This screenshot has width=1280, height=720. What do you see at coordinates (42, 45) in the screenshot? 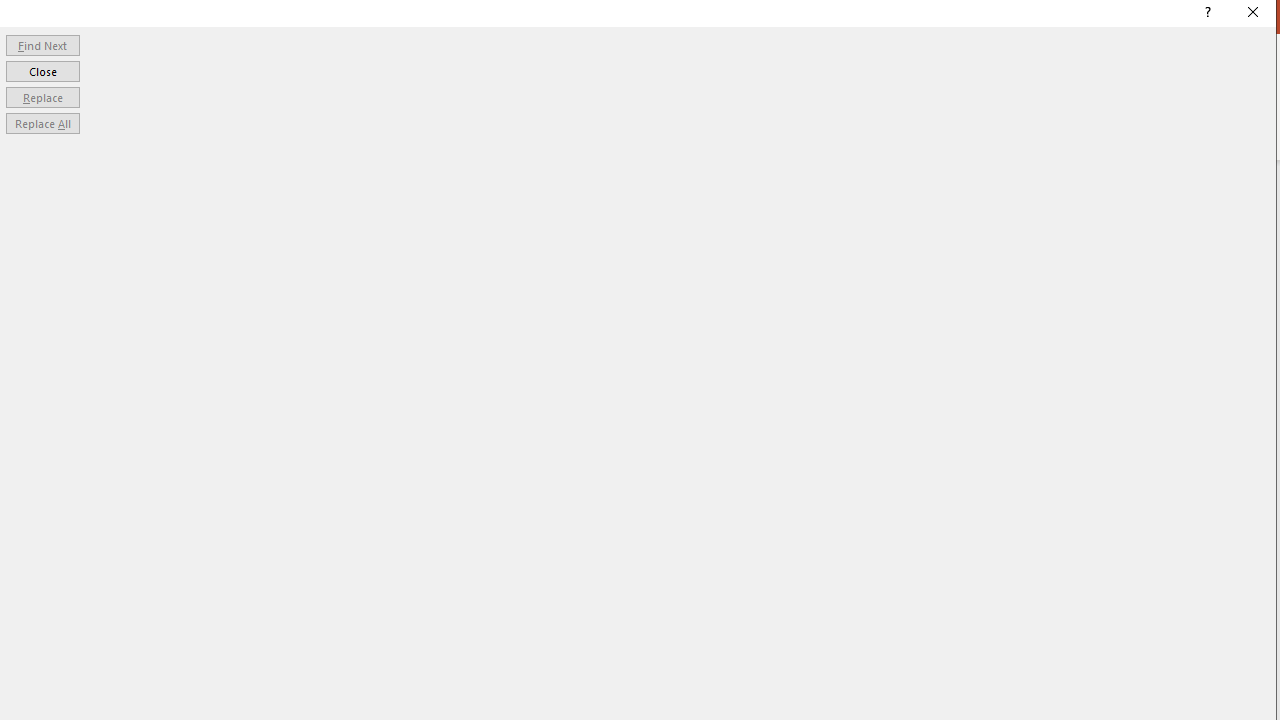
I see `'Find Next'` at bounding box center [42, 45].